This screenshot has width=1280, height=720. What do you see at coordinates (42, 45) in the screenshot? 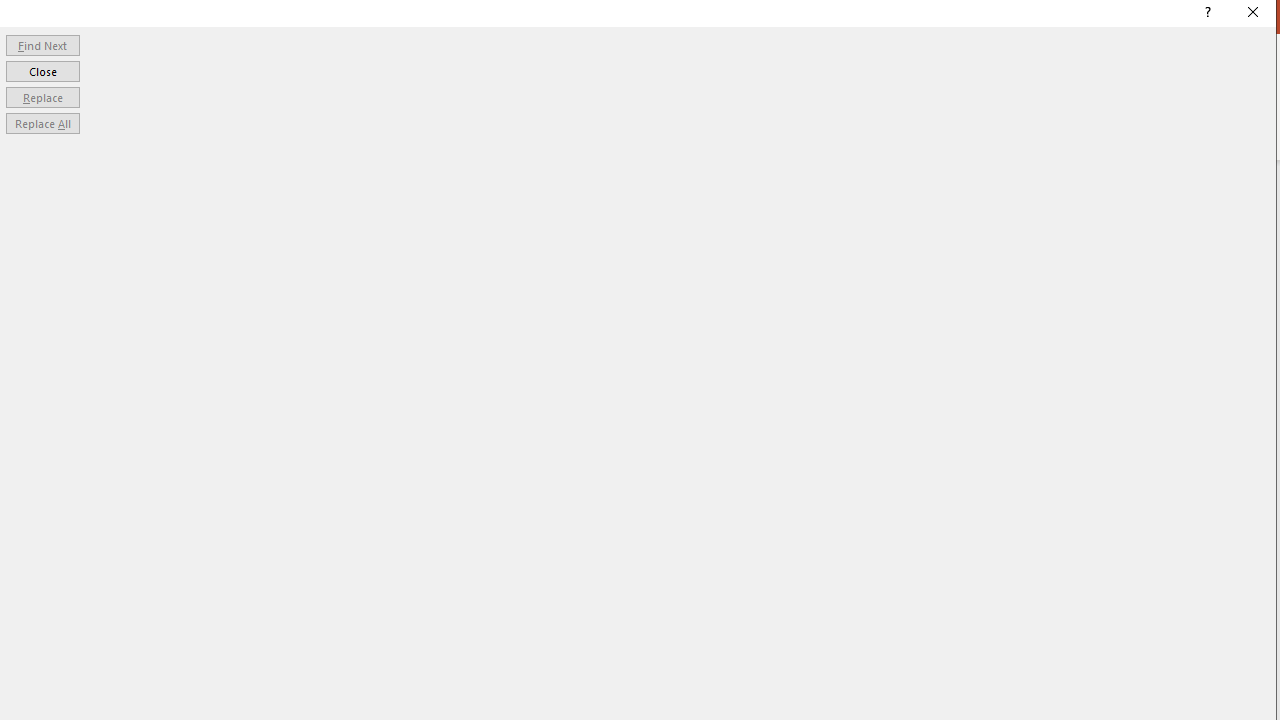
I see `'Find Next'` at bounding box center [42, 45].